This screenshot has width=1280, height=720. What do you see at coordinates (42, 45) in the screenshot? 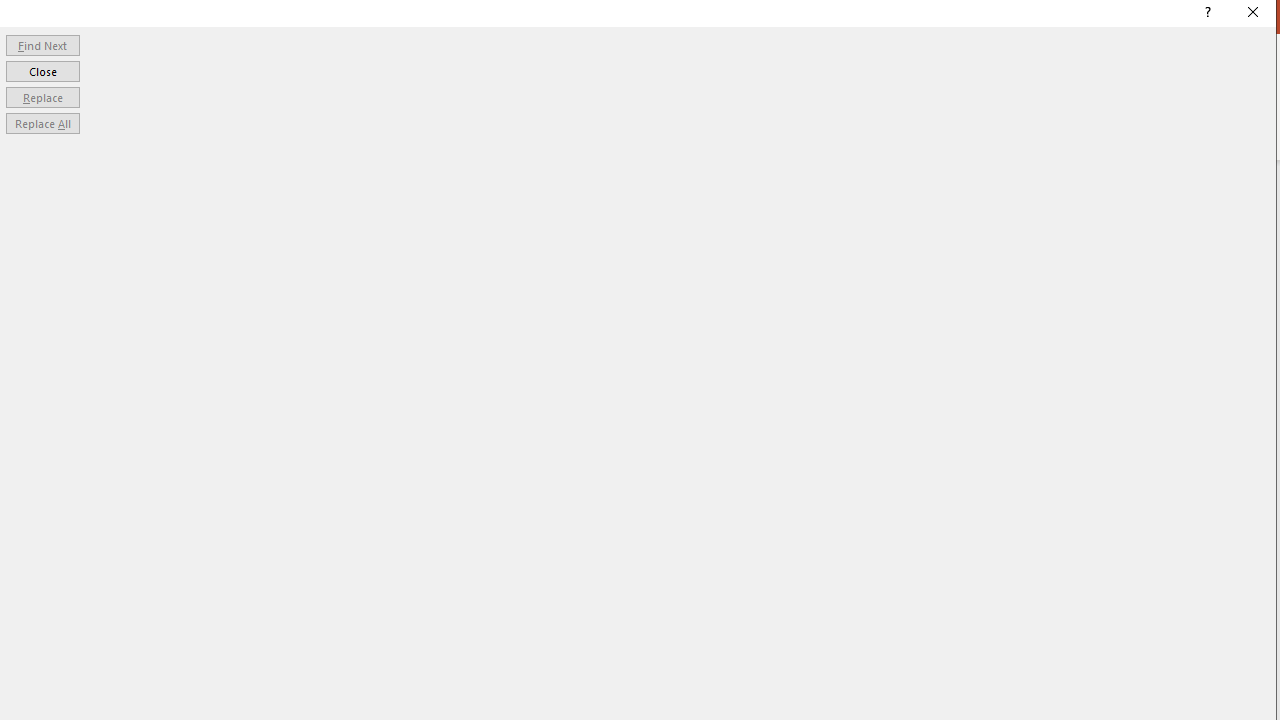
I see `'Find Next'` at bounding box center [42, 45].